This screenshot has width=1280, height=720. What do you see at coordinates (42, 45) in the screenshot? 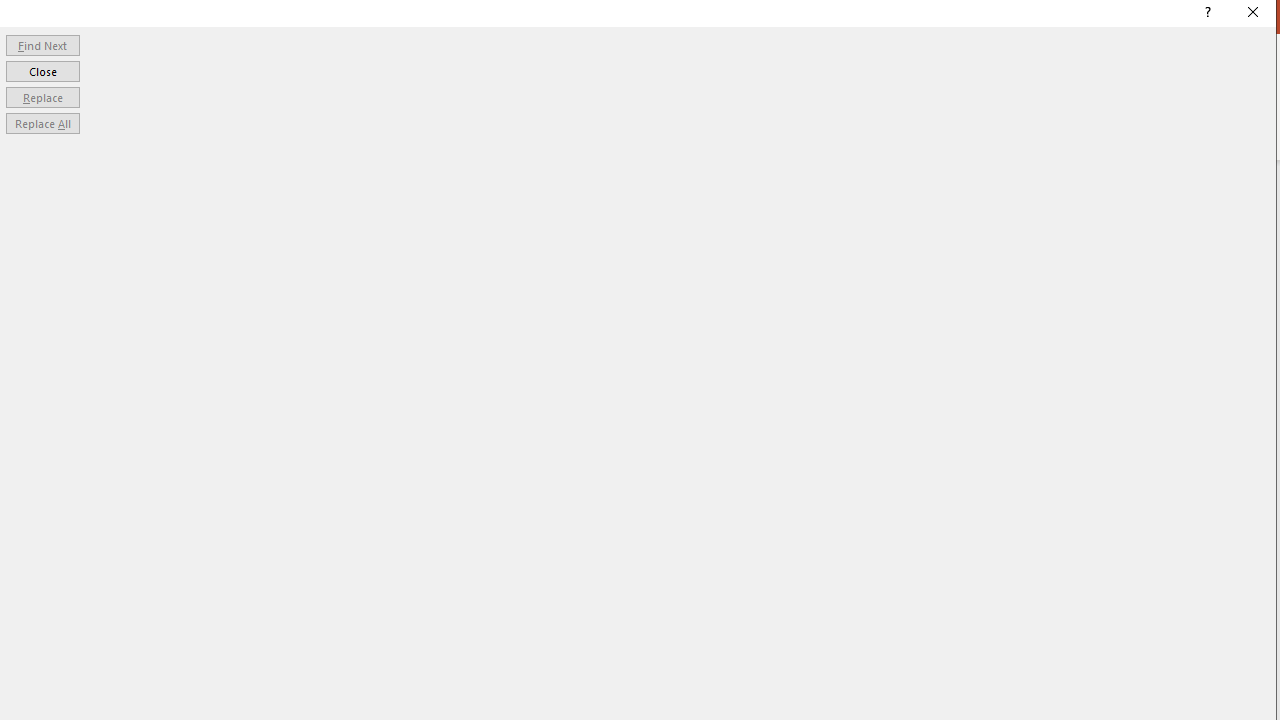
I see `'Find Next'` at bounding box center [42, 45].